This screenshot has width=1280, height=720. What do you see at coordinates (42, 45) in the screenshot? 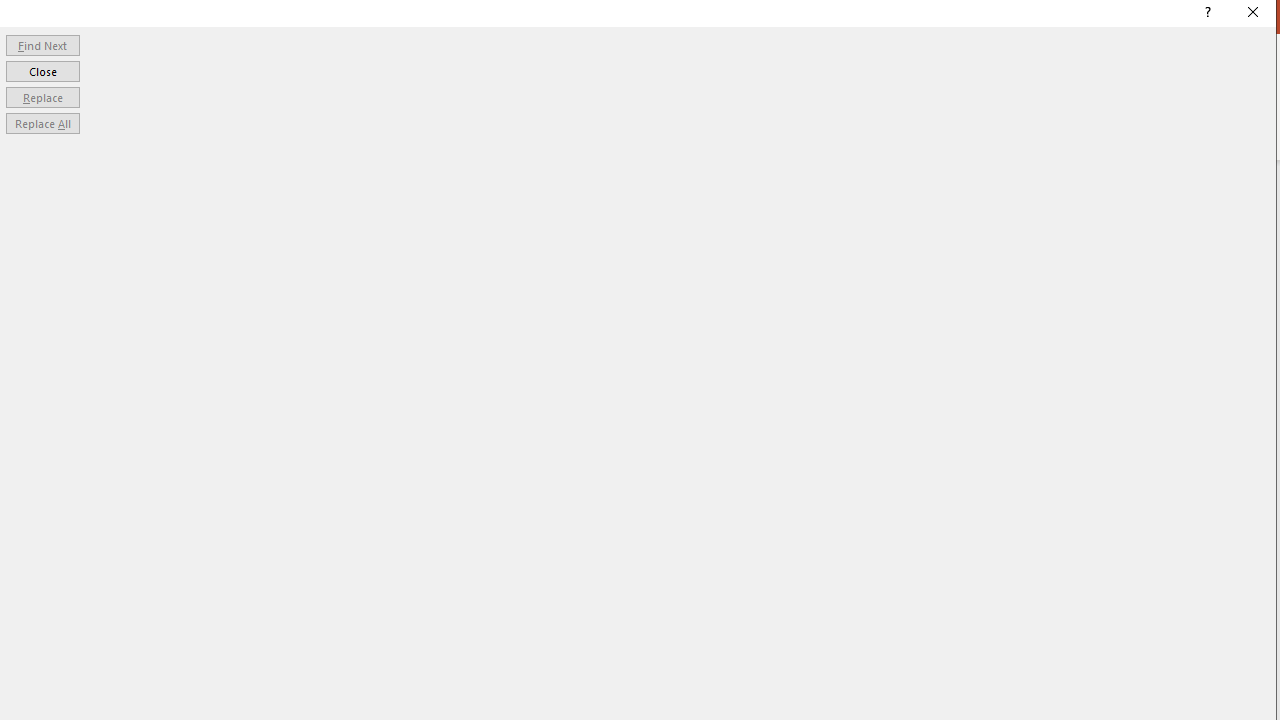
I see `'Find Next'` at bounding box center [42, 45].